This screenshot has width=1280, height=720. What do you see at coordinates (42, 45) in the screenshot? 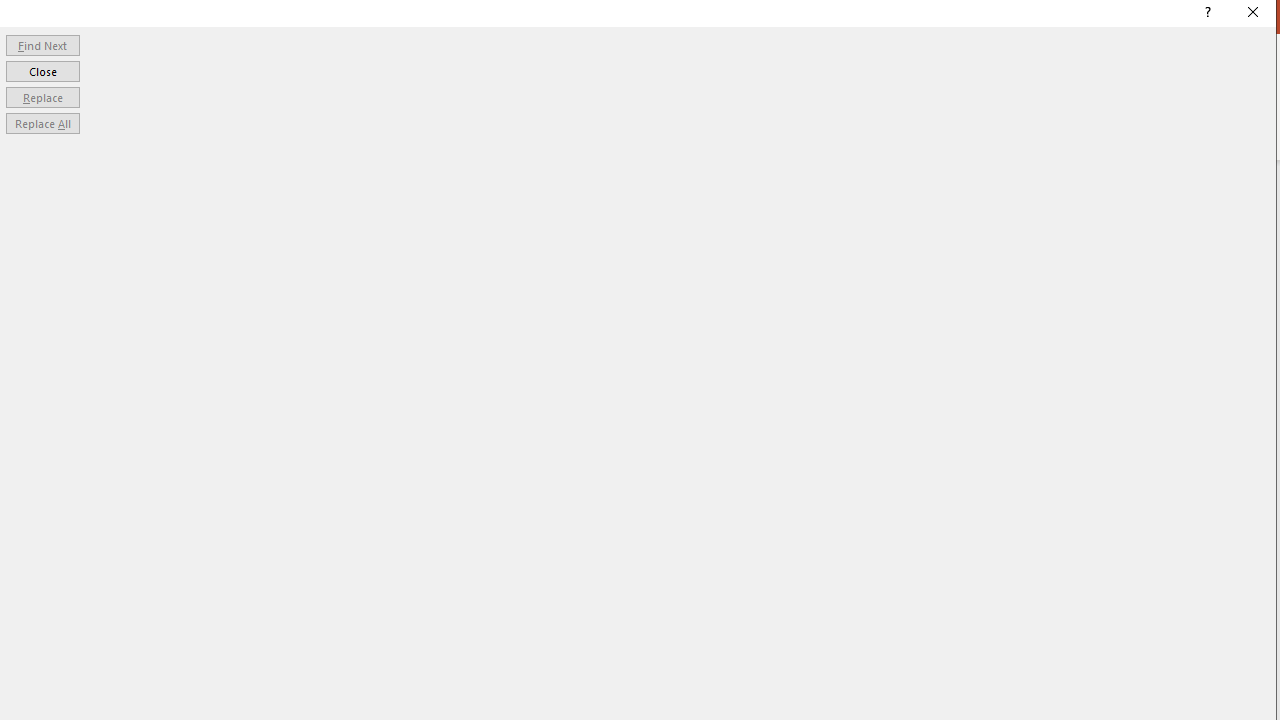
I see `'Find Next'` at bounding box center [42, 45].